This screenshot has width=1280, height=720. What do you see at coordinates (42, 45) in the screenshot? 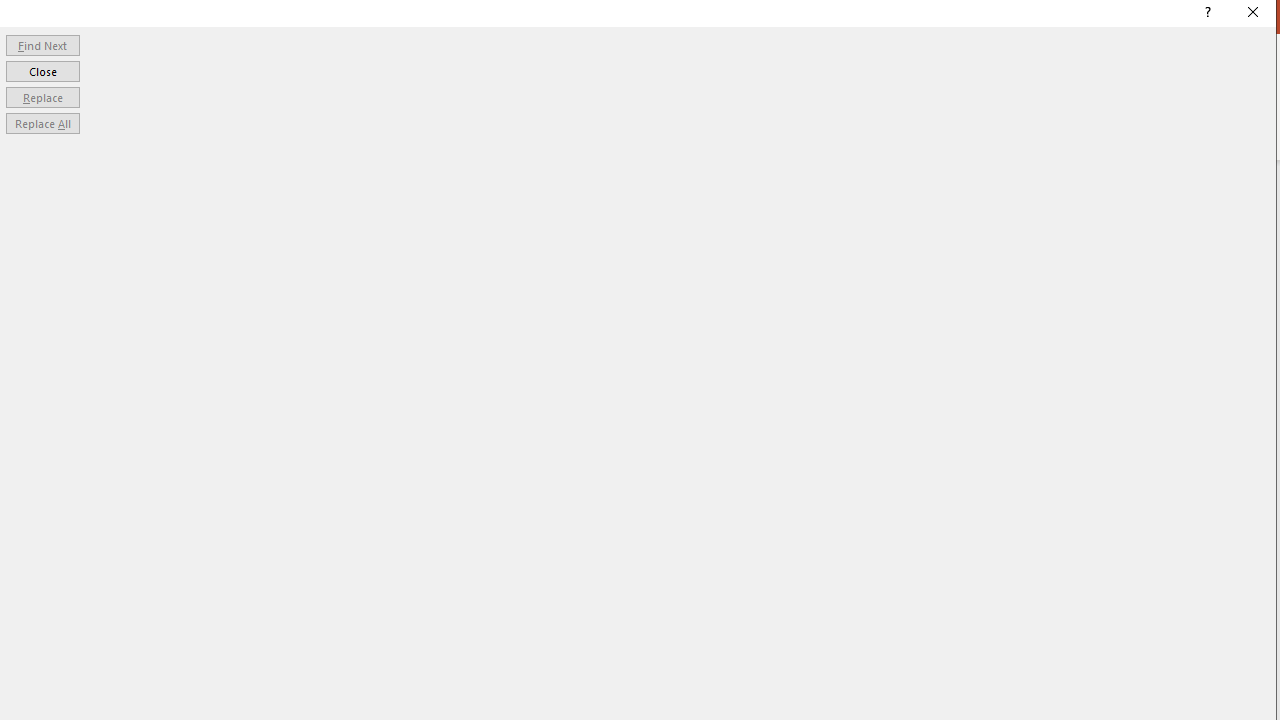
I see `'Find Next'` at bounding box center [42, 45].